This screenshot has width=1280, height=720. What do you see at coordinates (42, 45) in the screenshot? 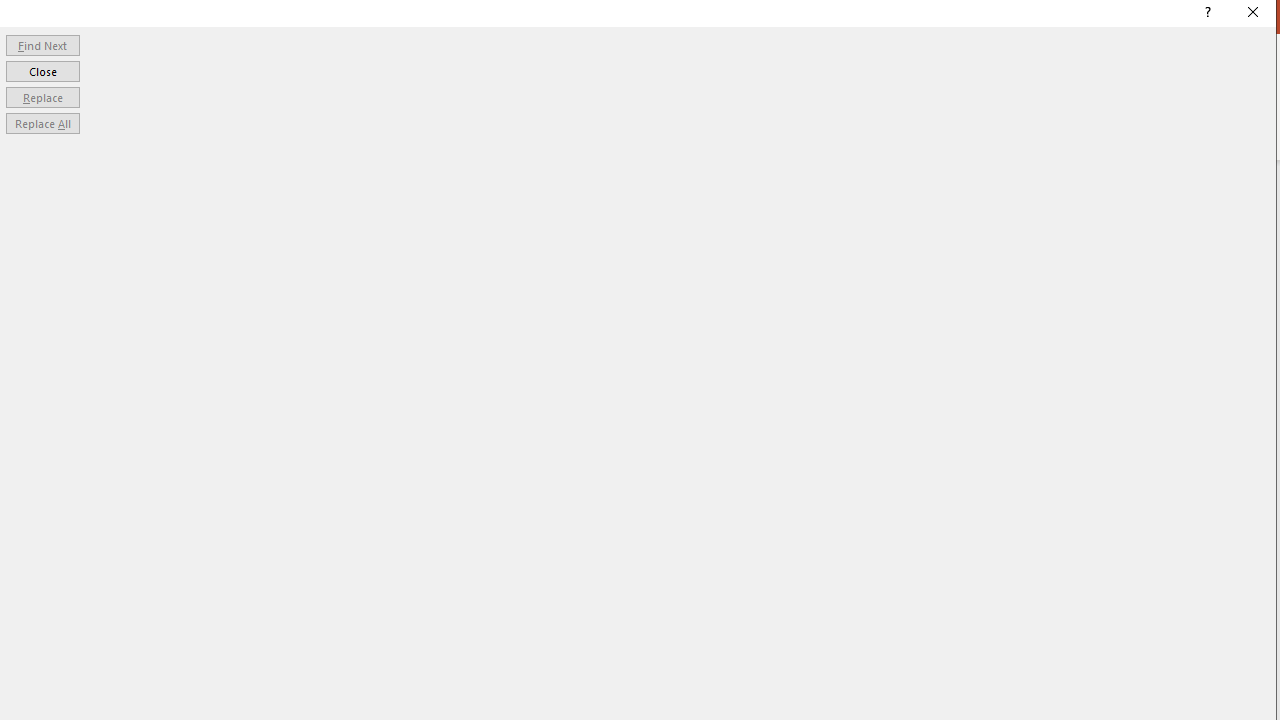
I see `'Find Next'` at bounding box center [42, 45].